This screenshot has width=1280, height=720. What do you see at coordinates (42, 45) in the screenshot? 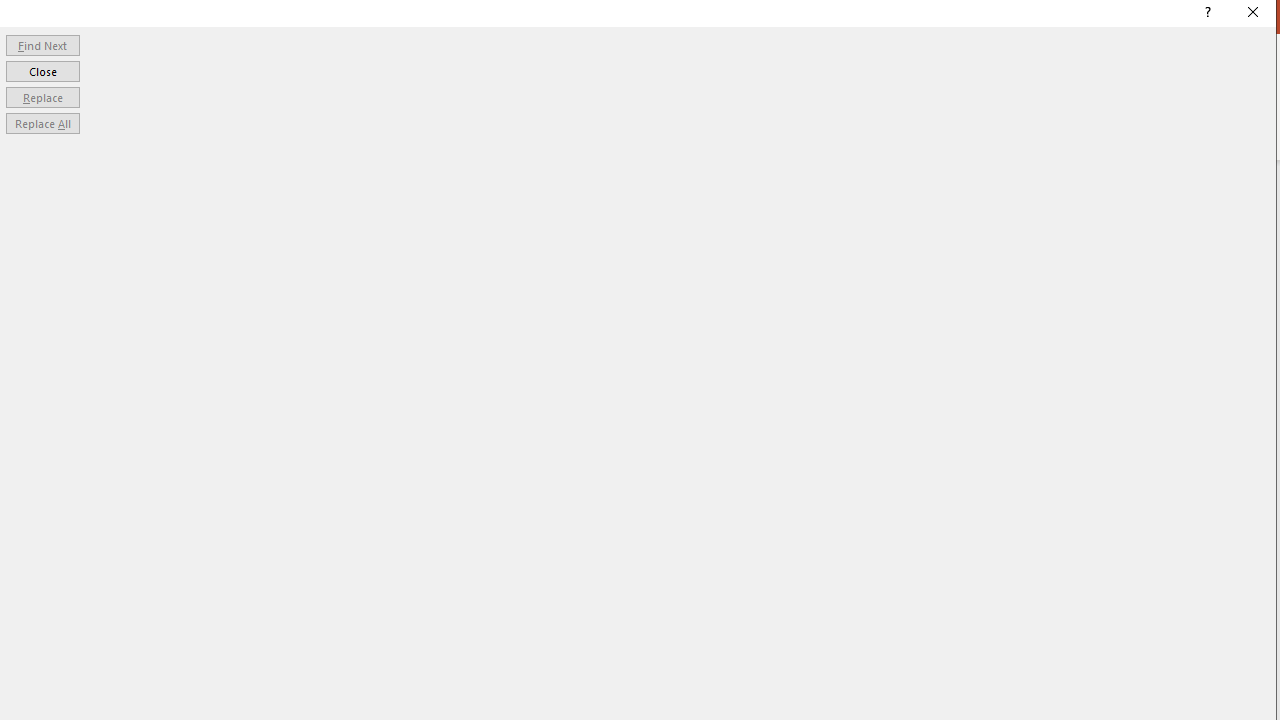
I see `'Find Next'` at bounding box center [42, 45].